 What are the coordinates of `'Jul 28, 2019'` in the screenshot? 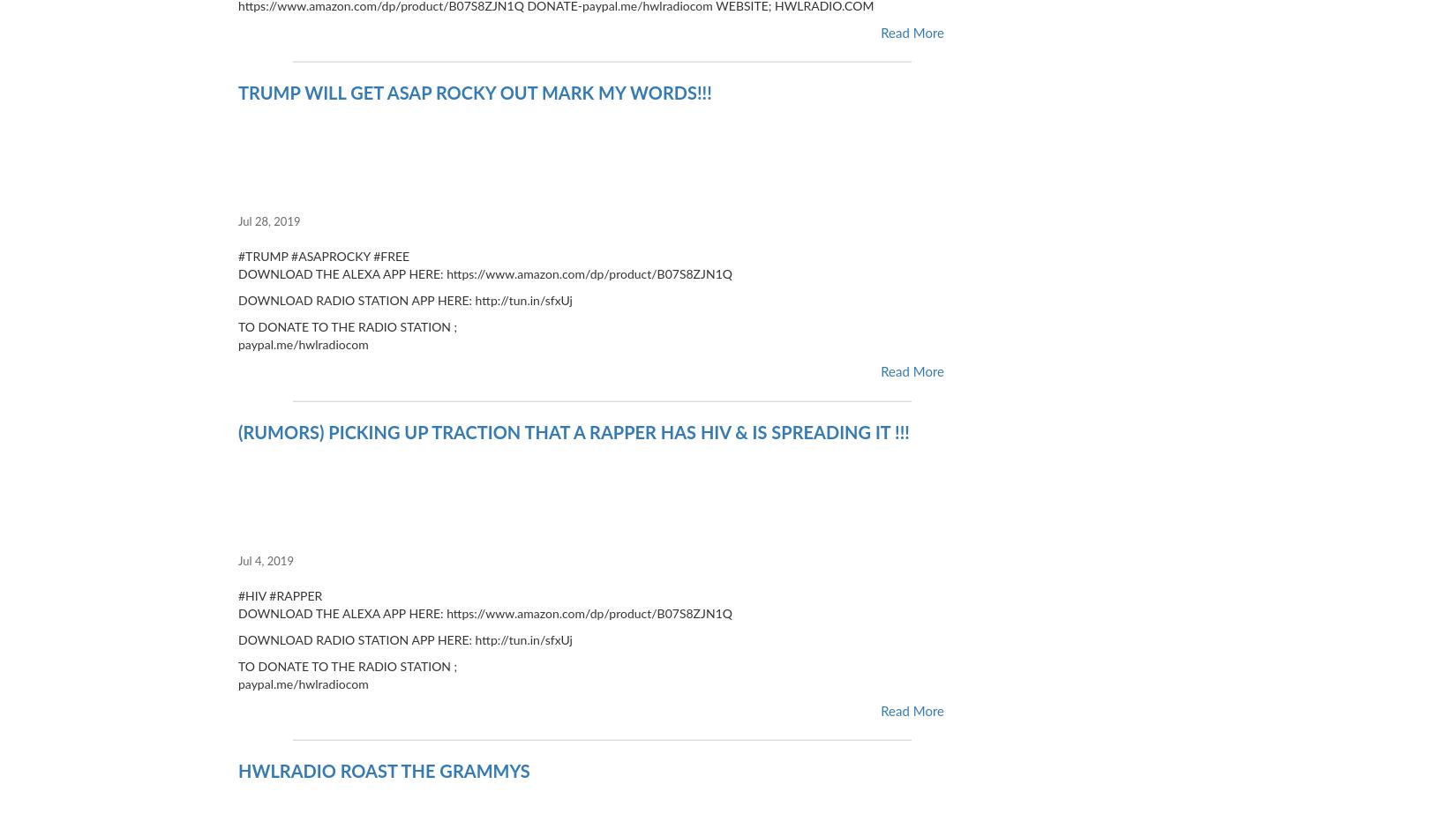 It's located at (268, 222).